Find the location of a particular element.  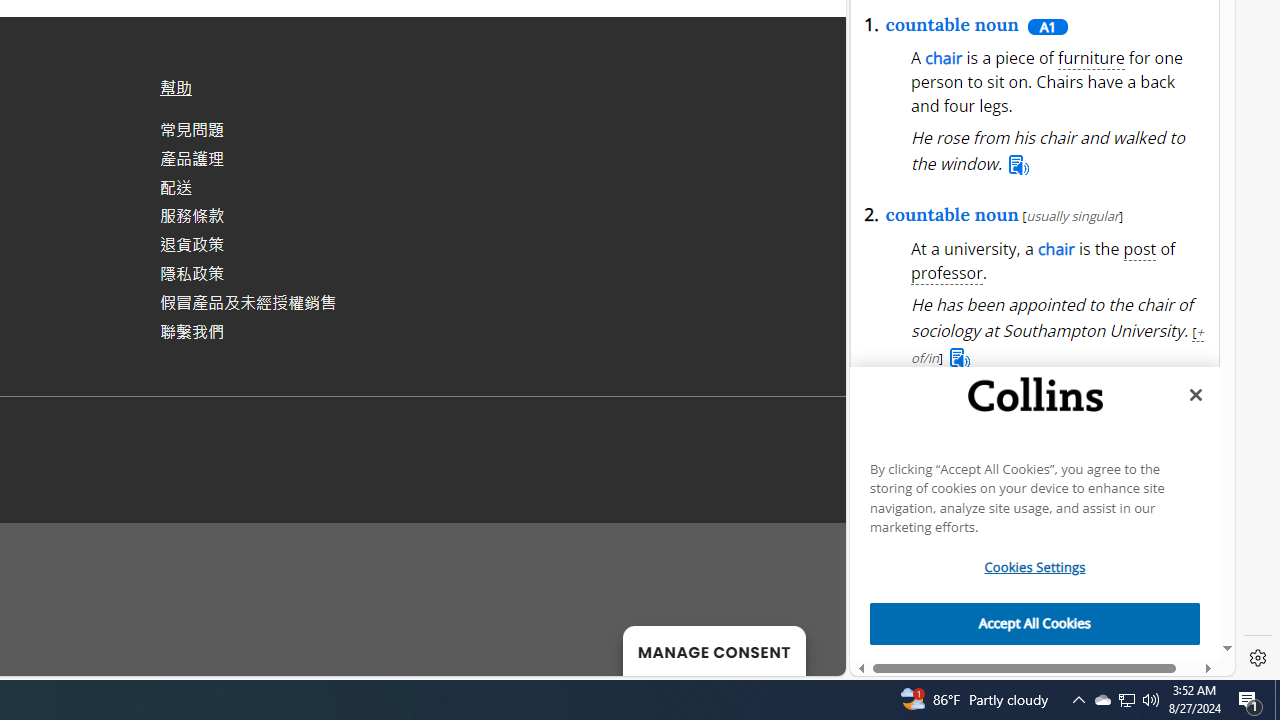

'A1' is located at coordinates (1046, 26).